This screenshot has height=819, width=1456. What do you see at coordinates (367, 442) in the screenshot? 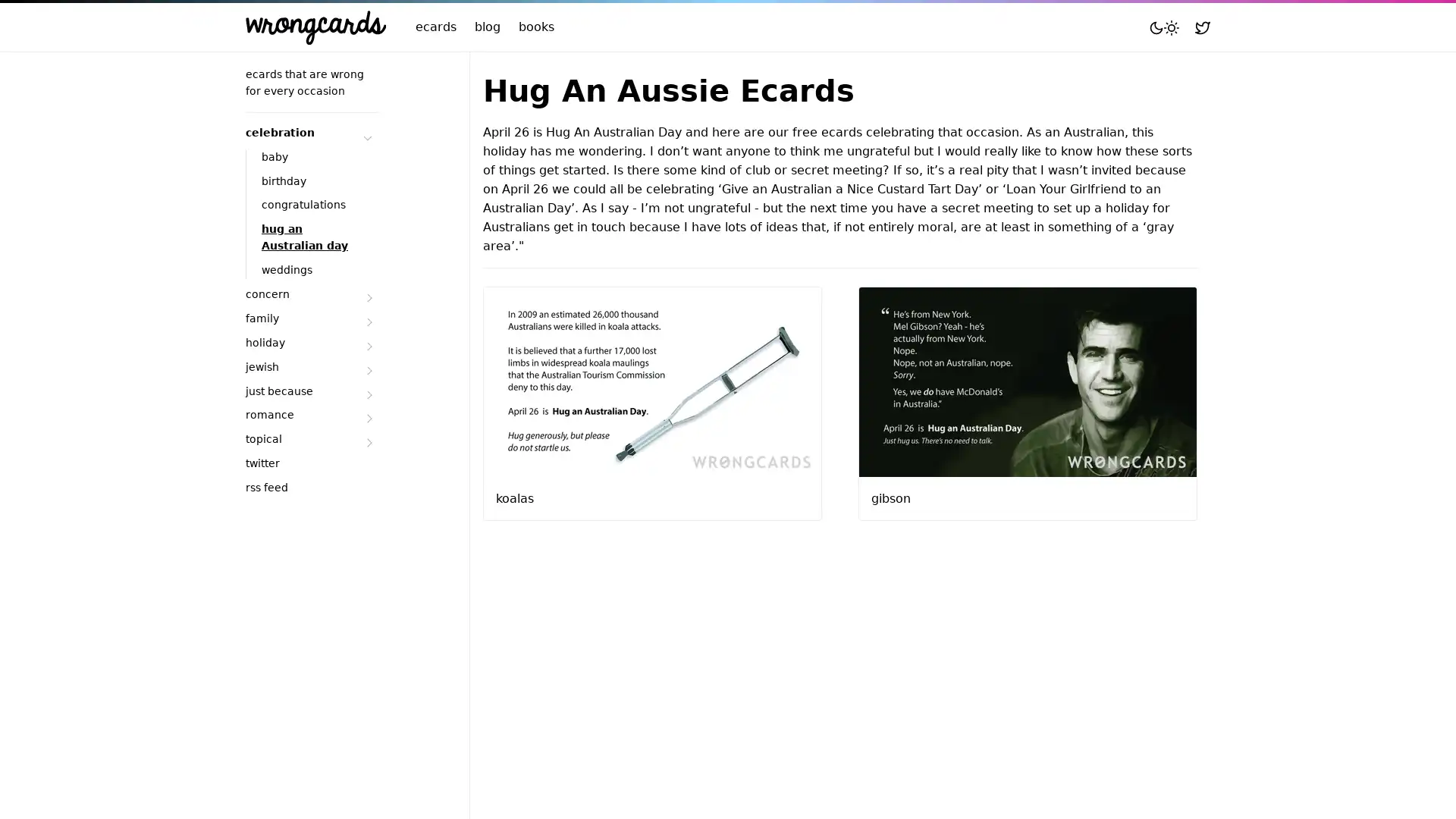
I see `Submenu` at bounding box center [367, 442].